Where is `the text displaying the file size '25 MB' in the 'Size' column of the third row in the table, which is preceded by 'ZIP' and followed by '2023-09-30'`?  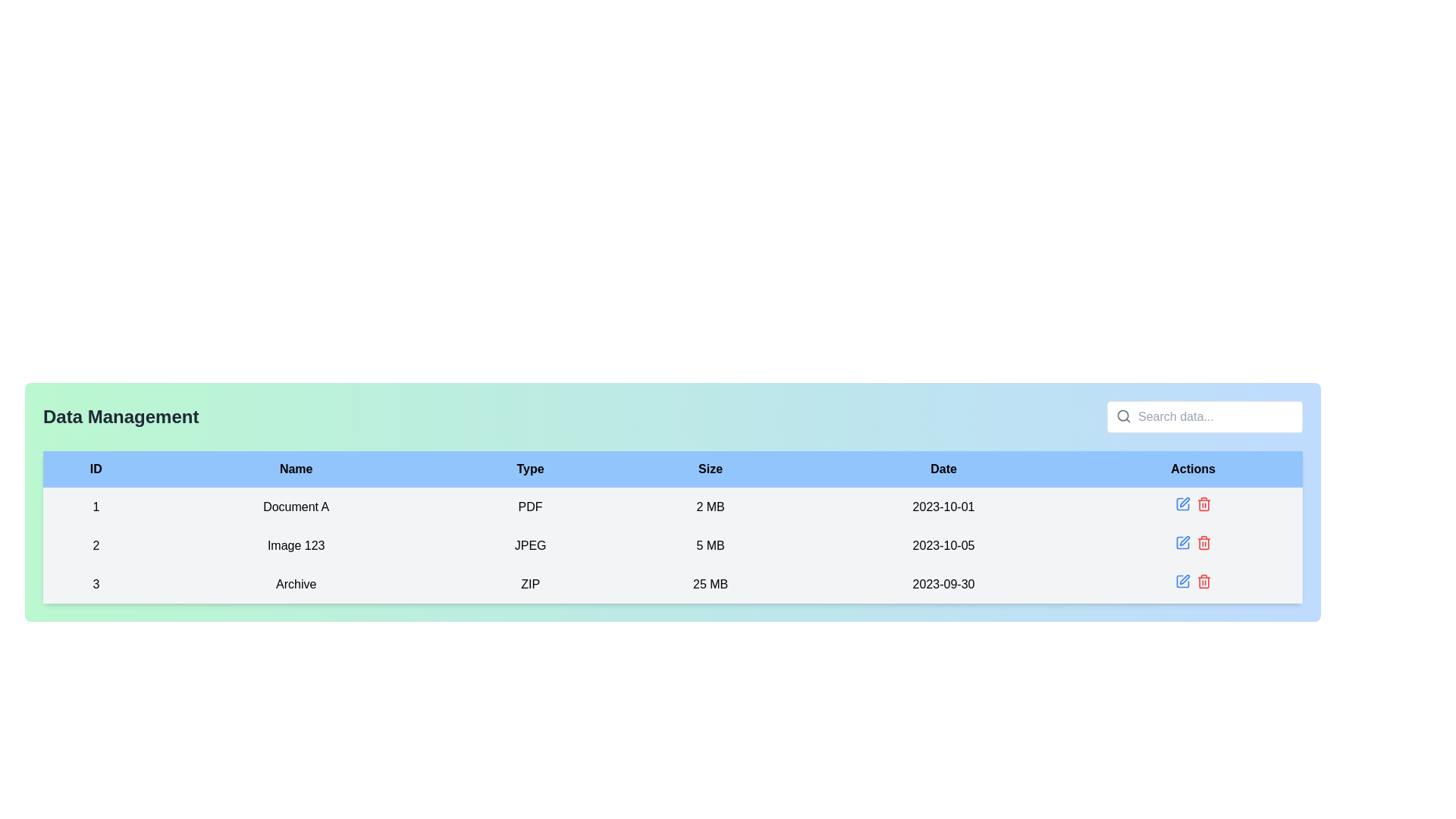
the text displaying the file size '25 MB' in the 'Size' column of the third row in the table, which is preceded by 'ZIP' and followed by '2023-09-30' is located at coordinates (710, 583).